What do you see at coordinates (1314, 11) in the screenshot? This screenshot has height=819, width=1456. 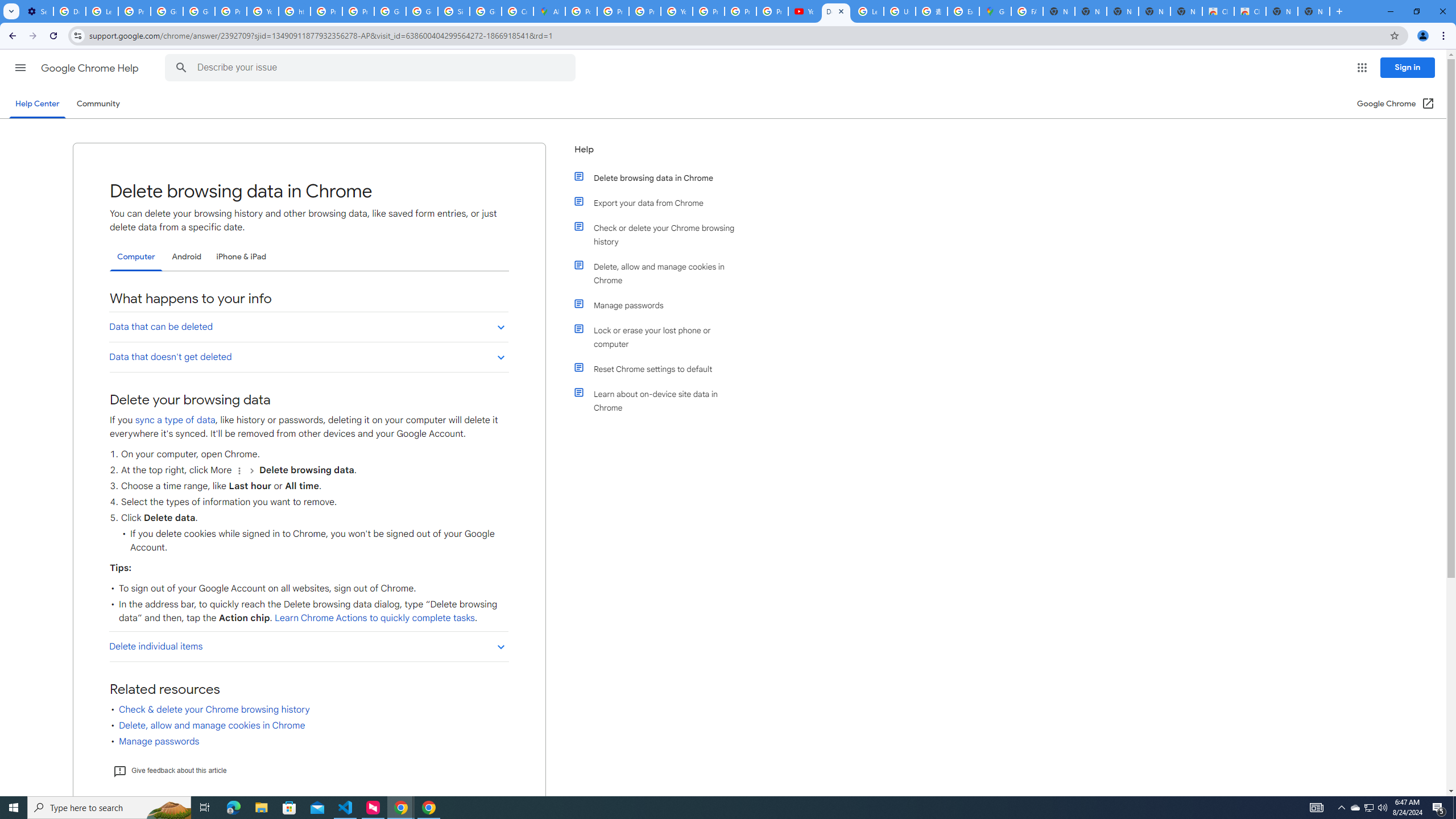 I see `'New Tab'` at bounding box center [1314, 11].